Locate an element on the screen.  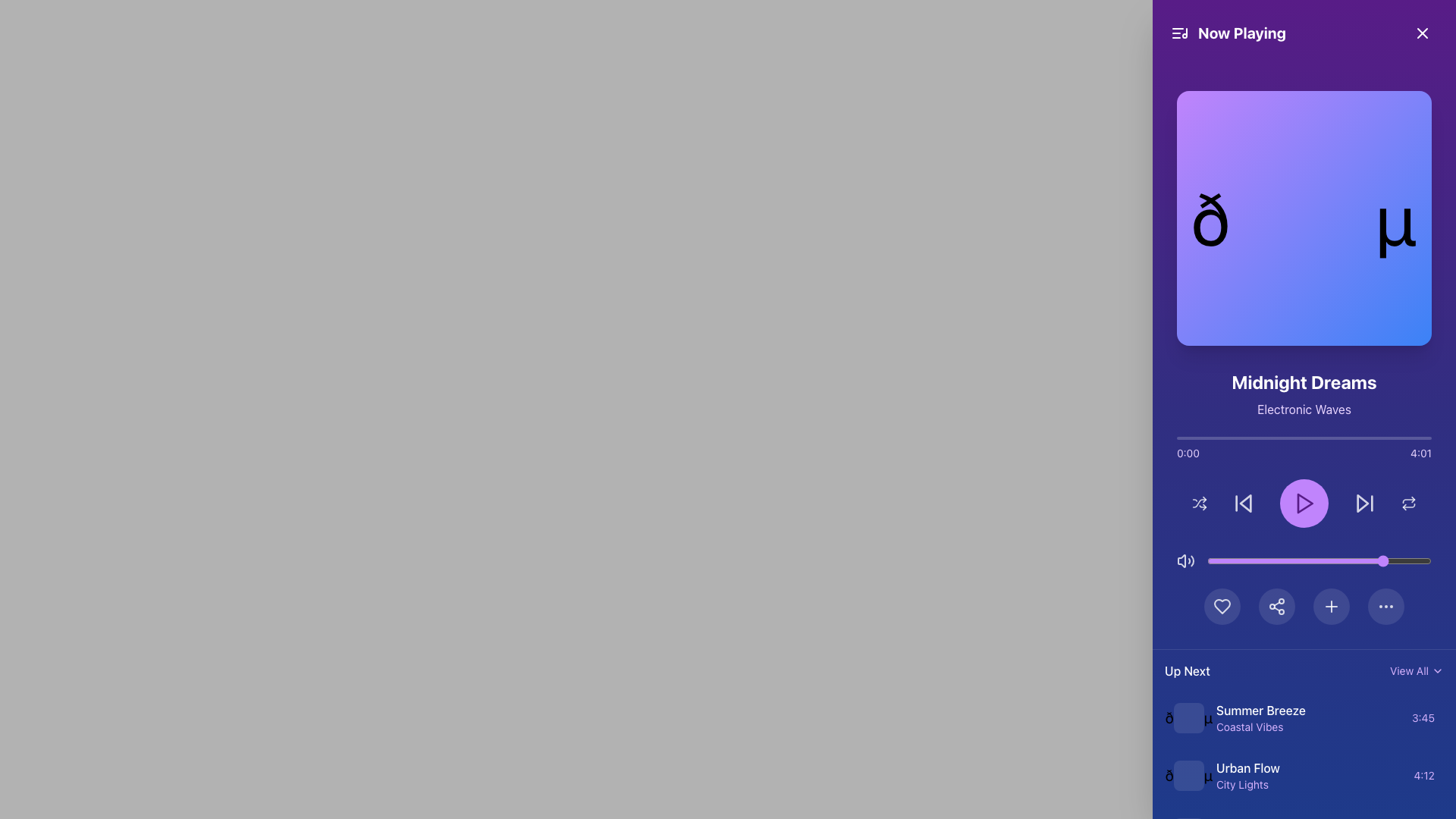
the 'Urban Flow' text label element is located at coordinates (1308, 775).